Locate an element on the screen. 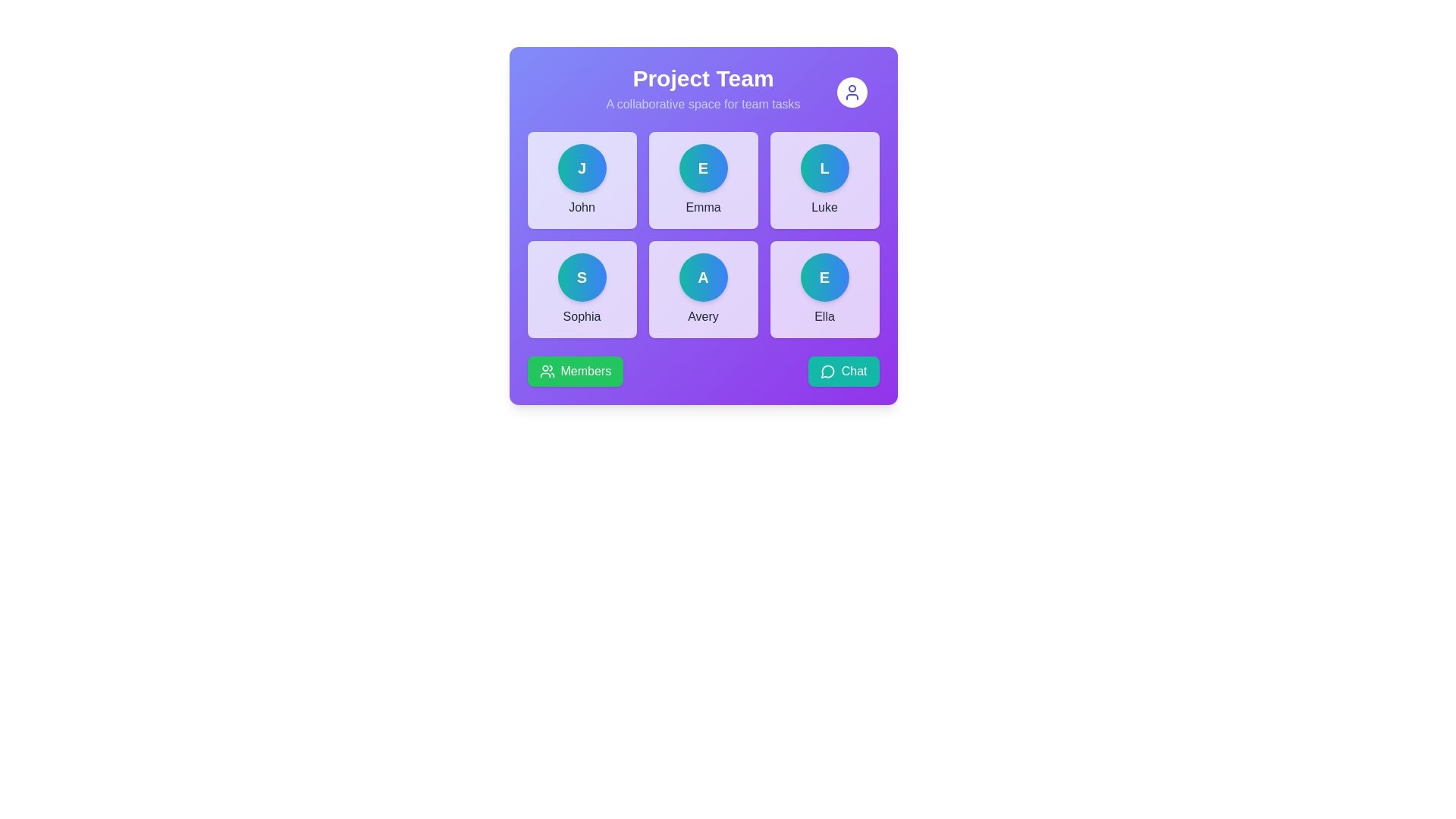 The image size is (1456, 819). the circular avatar icon representing user 'Luke' is located at coordinates (824, 168).